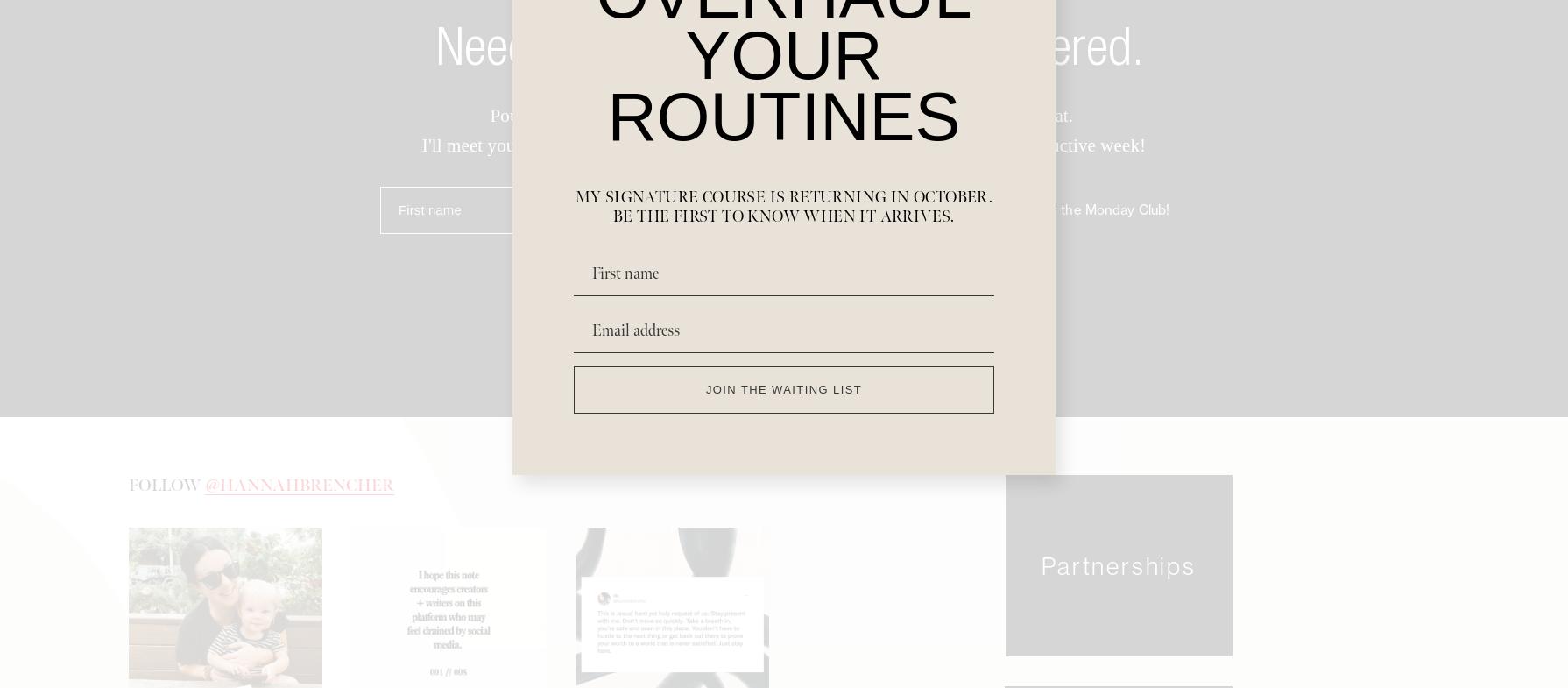 This screenshot has height=688, width=1568. I want to click on 'HANNAHBRENCHER', so click(307, 491).